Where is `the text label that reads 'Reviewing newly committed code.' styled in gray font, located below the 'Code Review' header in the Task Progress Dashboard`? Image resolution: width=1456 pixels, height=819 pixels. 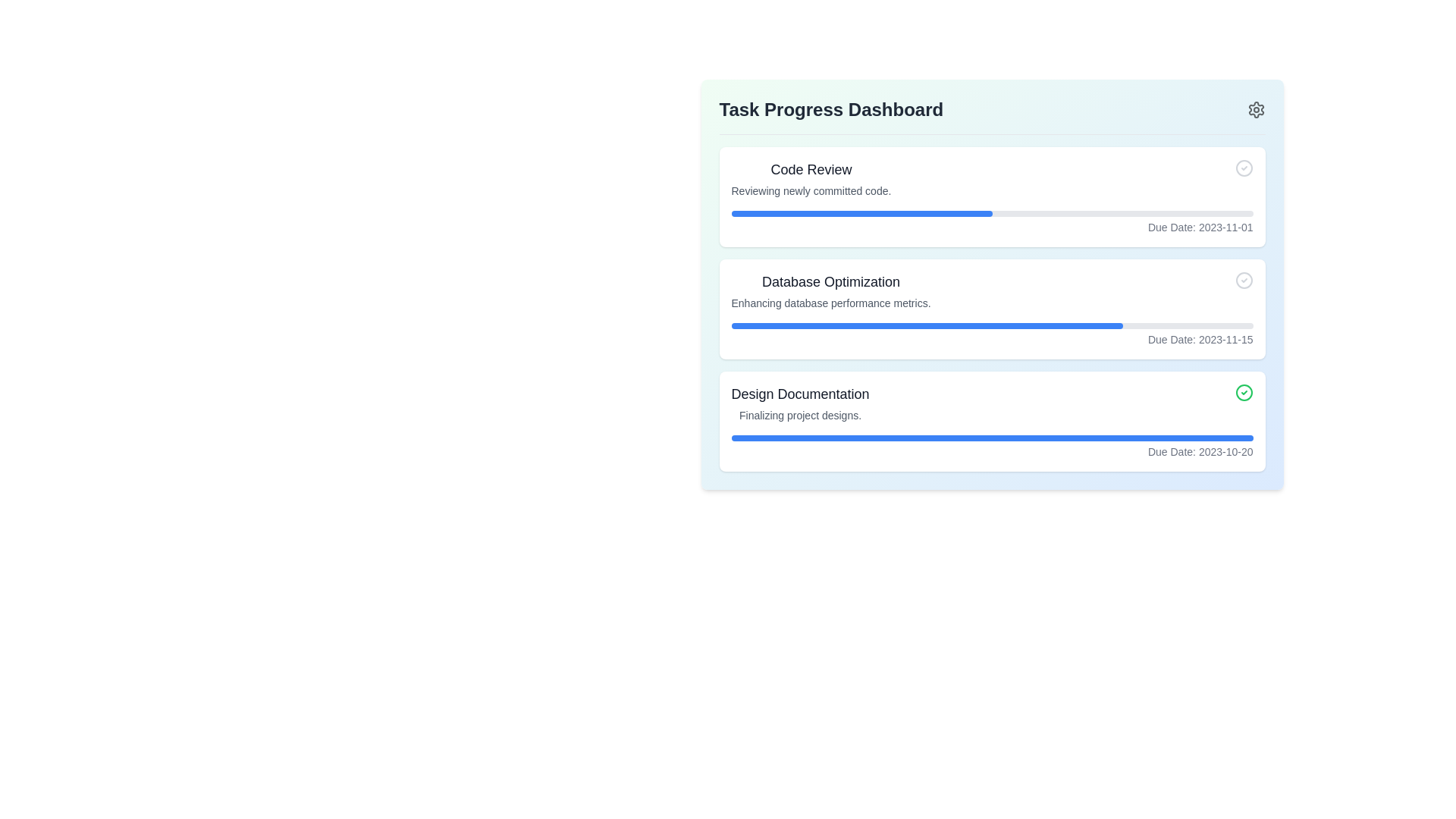
the text label that reads 'Reviewing newly committed code.' styled in gray font, located below the 'Code Review' header in the Task Progress Dashboard is located at coordinates (811, 190).